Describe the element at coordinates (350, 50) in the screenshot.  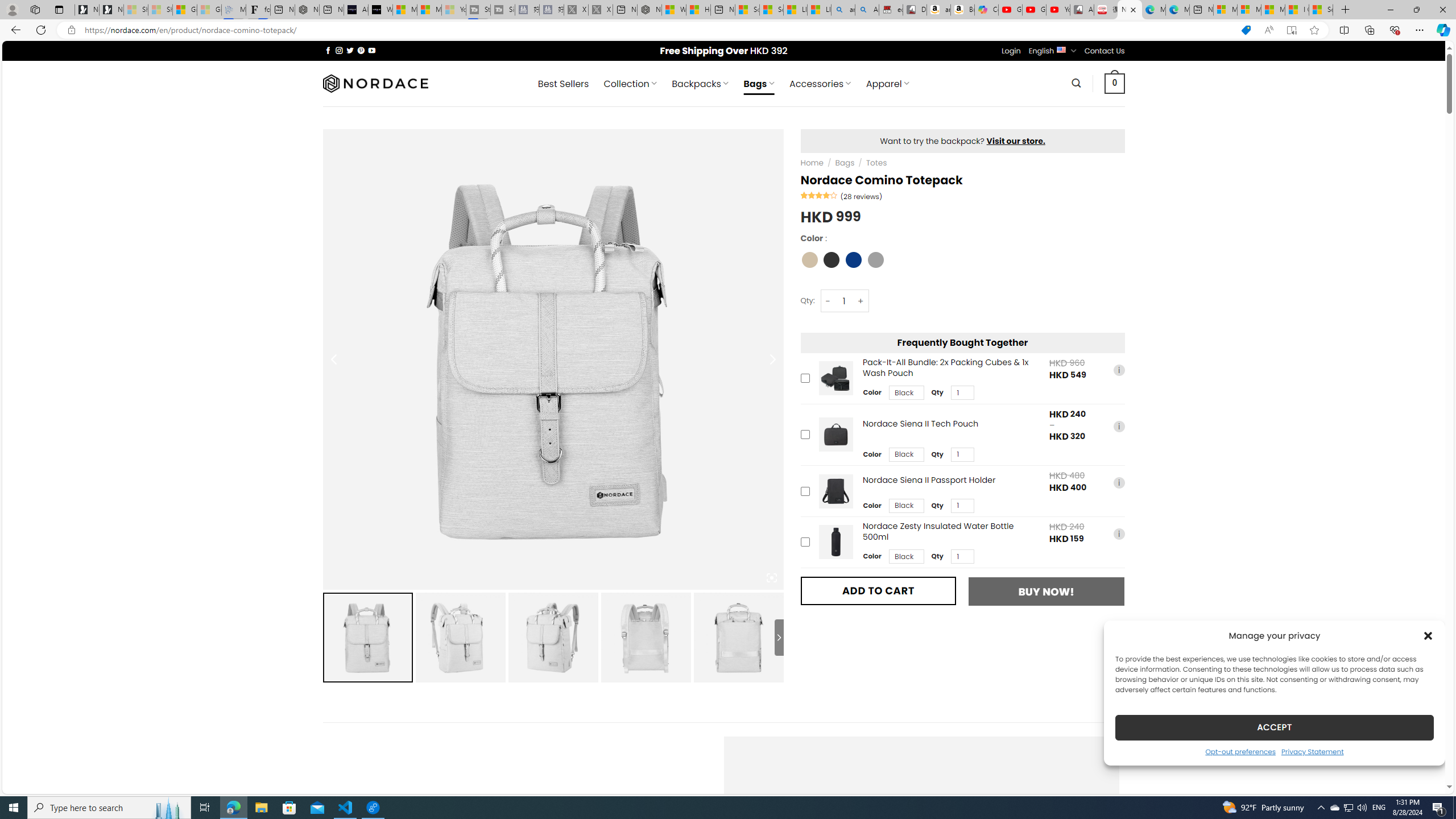
I see `'Follow on Twitter'` at that location.